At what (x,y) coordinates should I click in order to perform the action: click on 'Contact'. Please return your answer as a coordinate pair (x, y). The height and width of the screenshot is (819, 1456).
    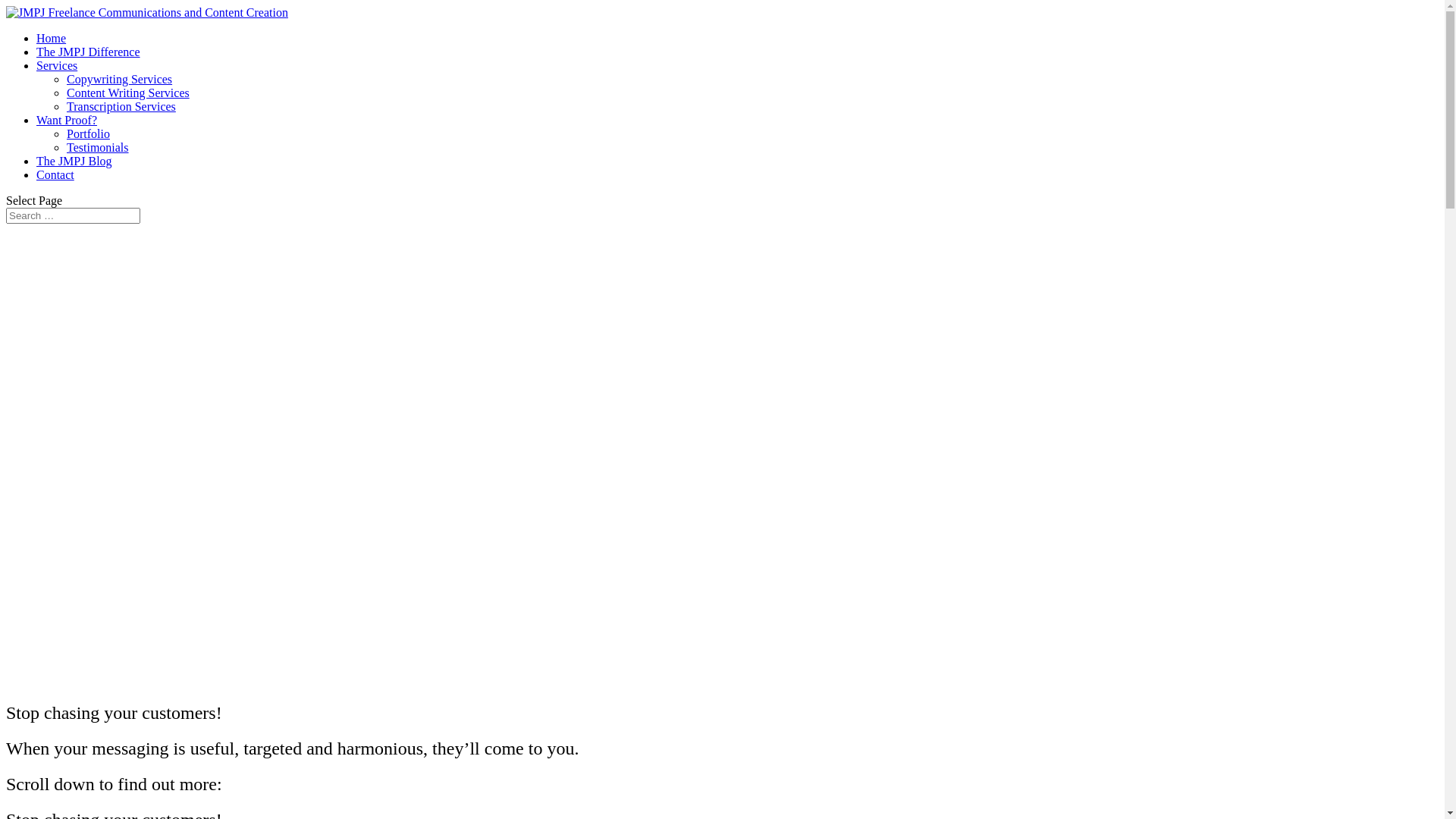
    Looking at the image, I should click on (55, 174).